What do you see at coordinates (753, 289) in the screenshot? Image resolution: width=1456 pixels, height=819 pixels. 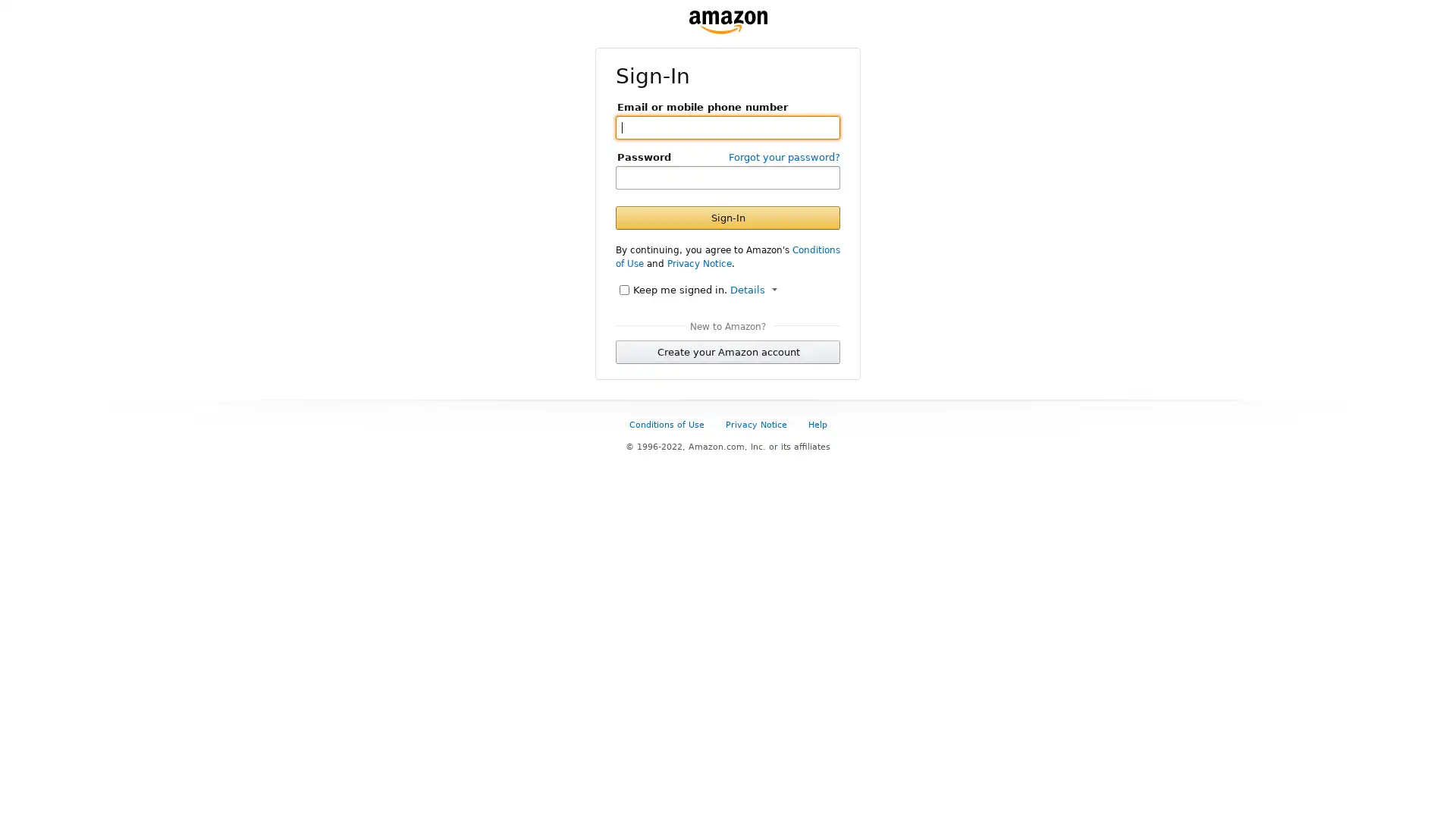 I see `Details` at bounding box center [753, 289].